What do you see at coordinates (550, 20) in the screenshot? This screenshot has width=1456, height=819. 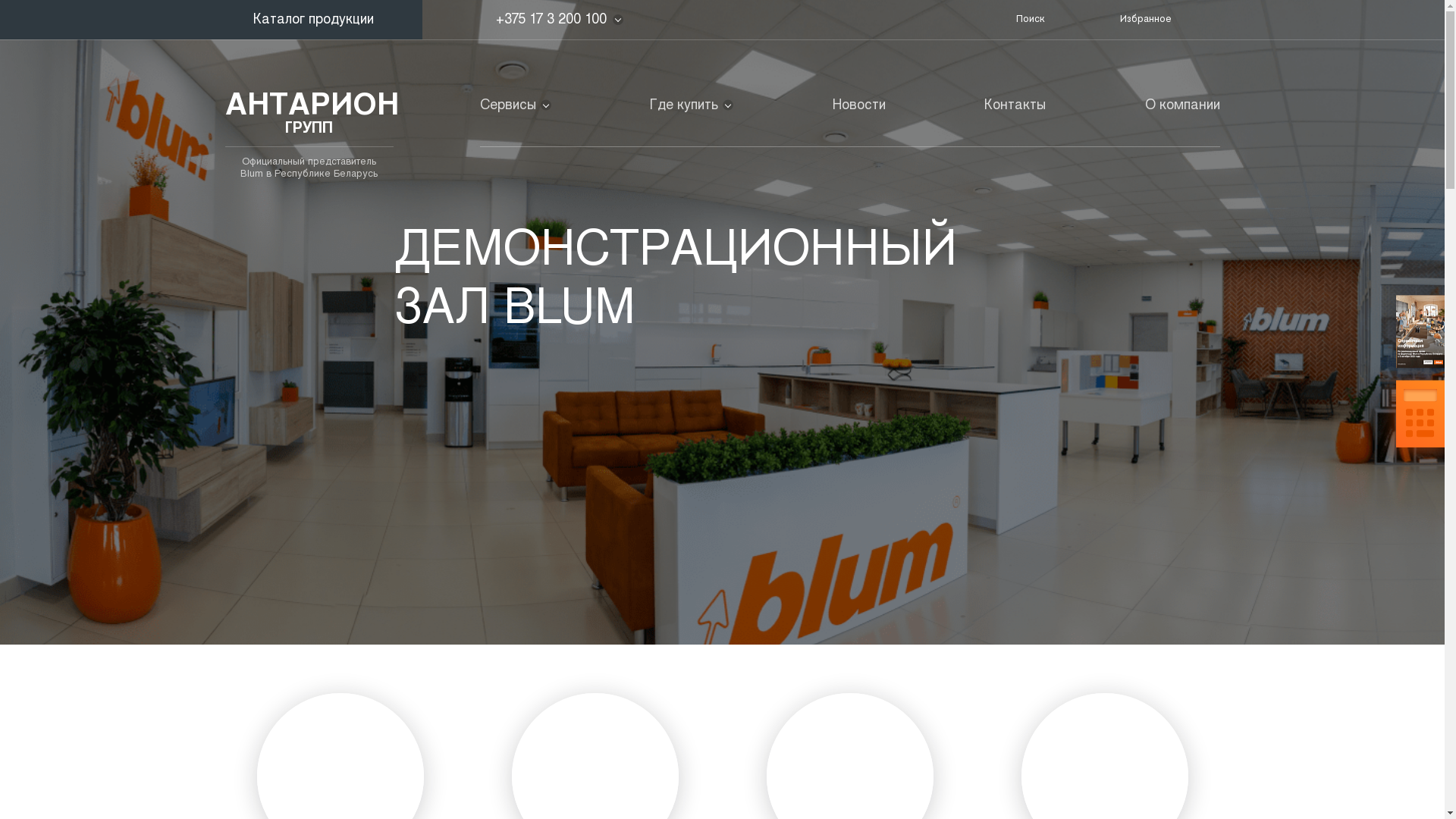 I see `'+375 17 3 200 100'` at bounding box center [550, 20].